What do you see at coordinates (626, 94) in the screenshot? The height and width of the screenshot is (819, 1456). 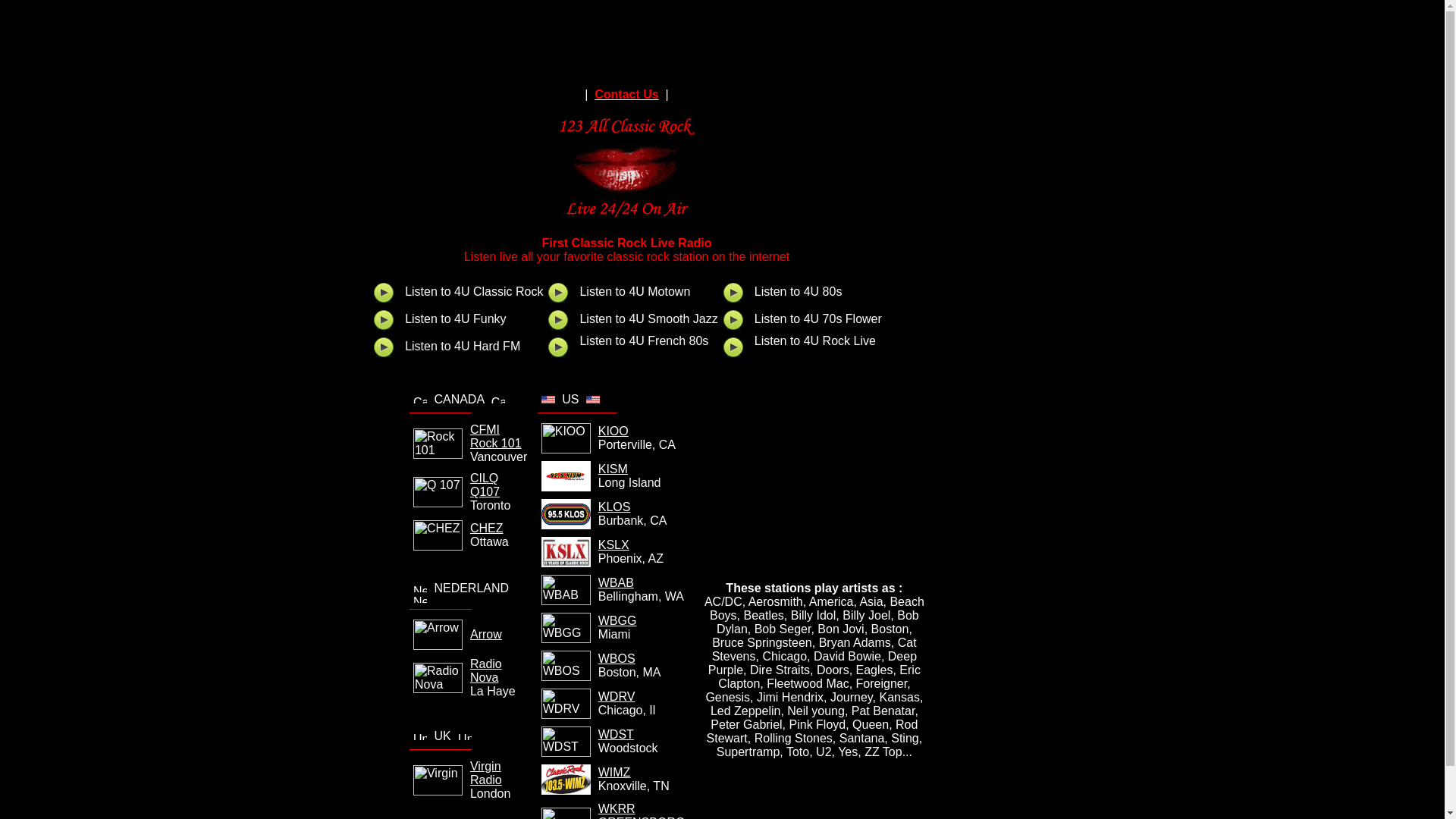 I see `'Contact Us'` at bounding box center [626, 94].